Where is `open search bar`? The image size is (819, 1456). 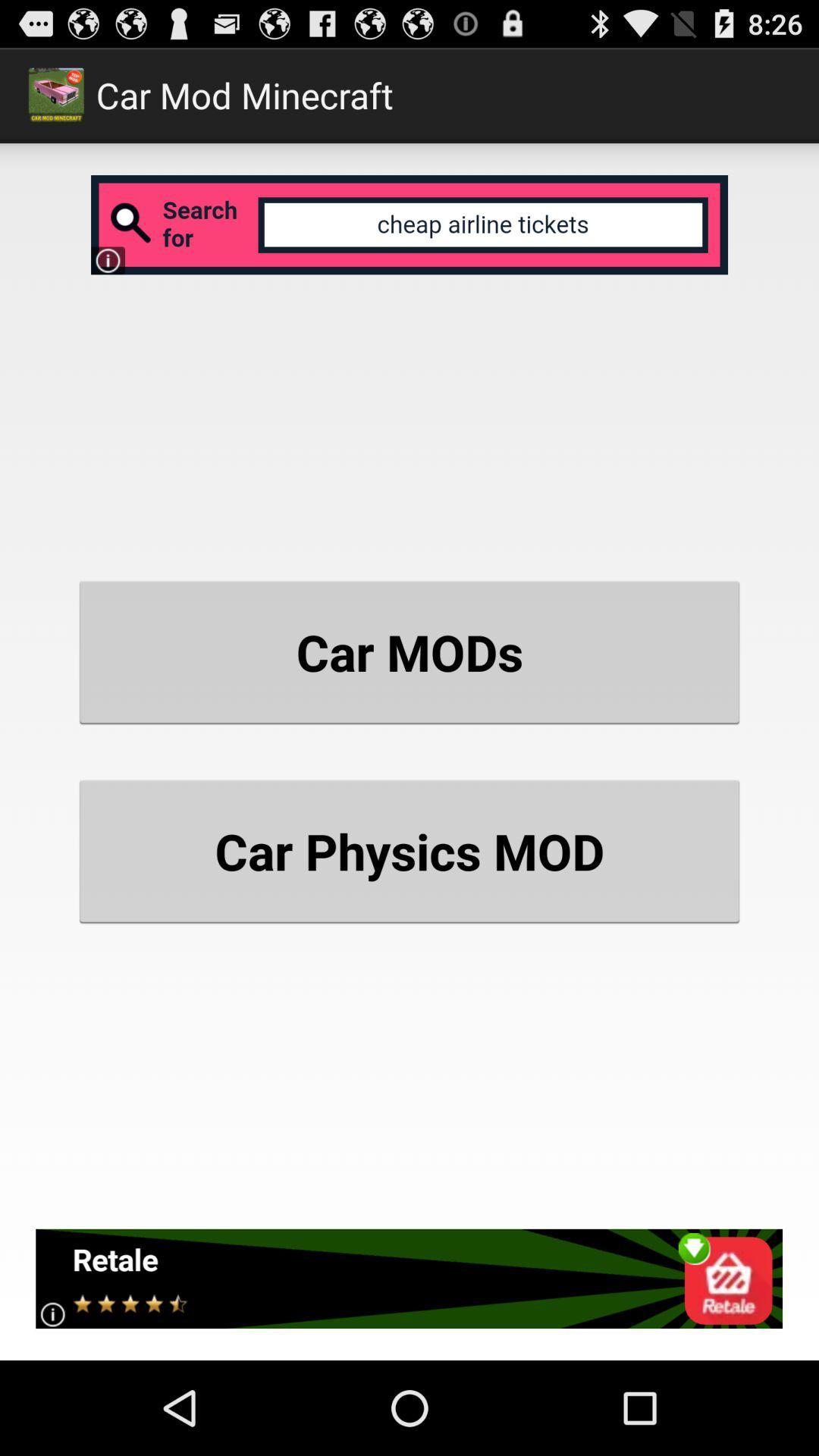
open search bar is located at coordinates (409, 224).